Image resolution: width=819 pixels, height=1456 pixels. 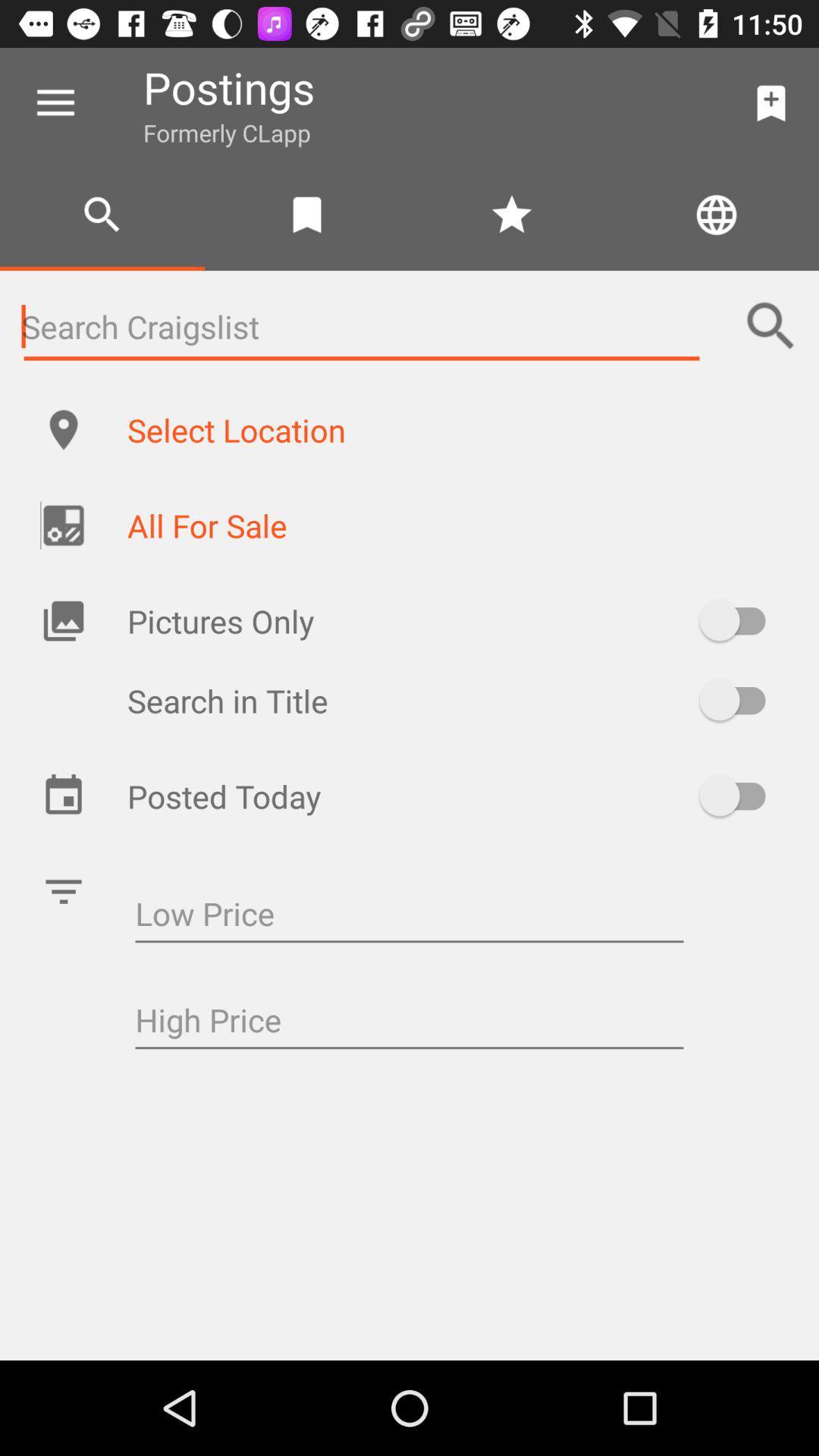 I want to click on the select location item, so click(x=456, y=428).